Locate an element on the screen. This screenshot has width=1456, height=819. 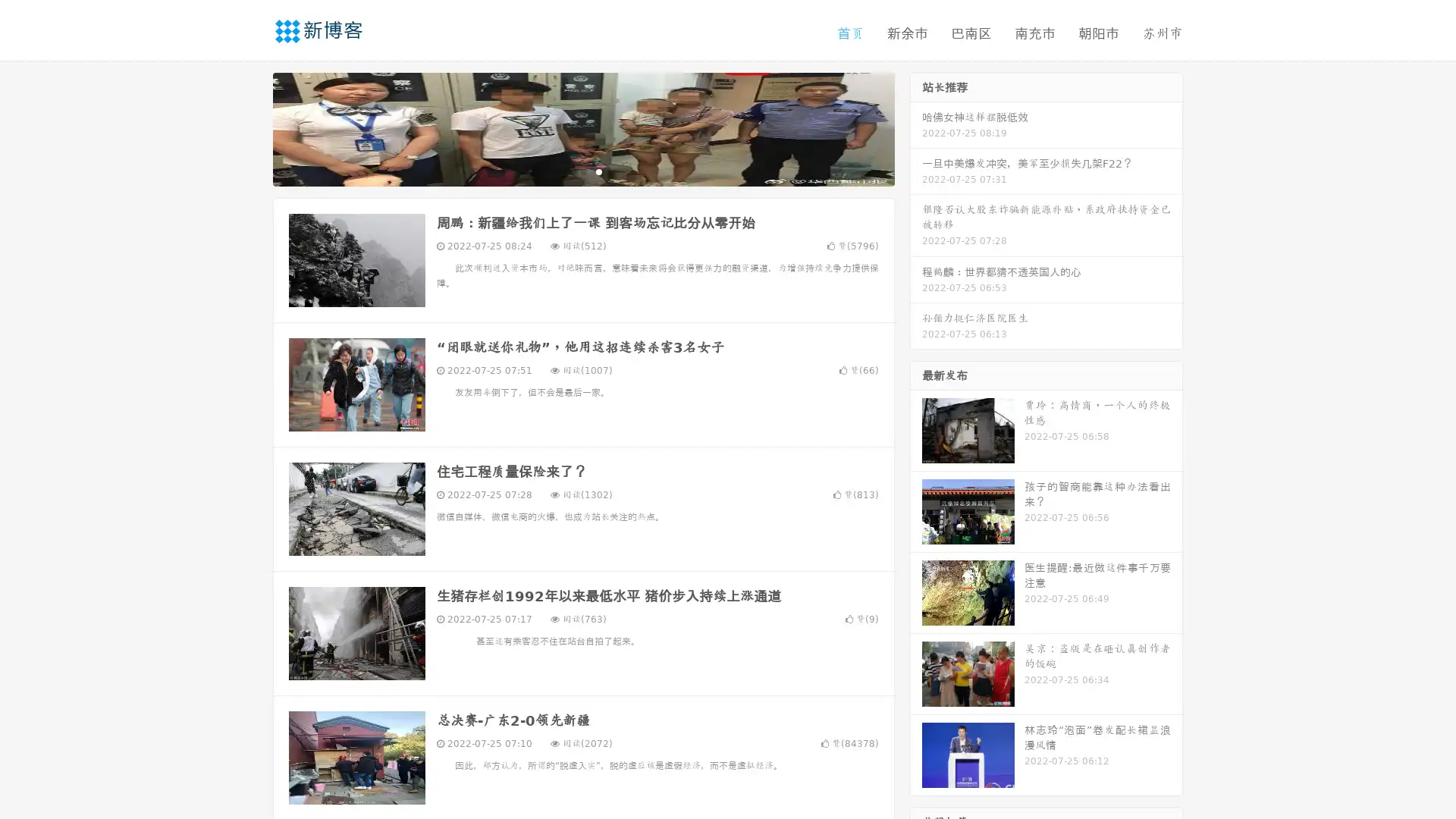
Previous slide is located at coordinates (250, 127).